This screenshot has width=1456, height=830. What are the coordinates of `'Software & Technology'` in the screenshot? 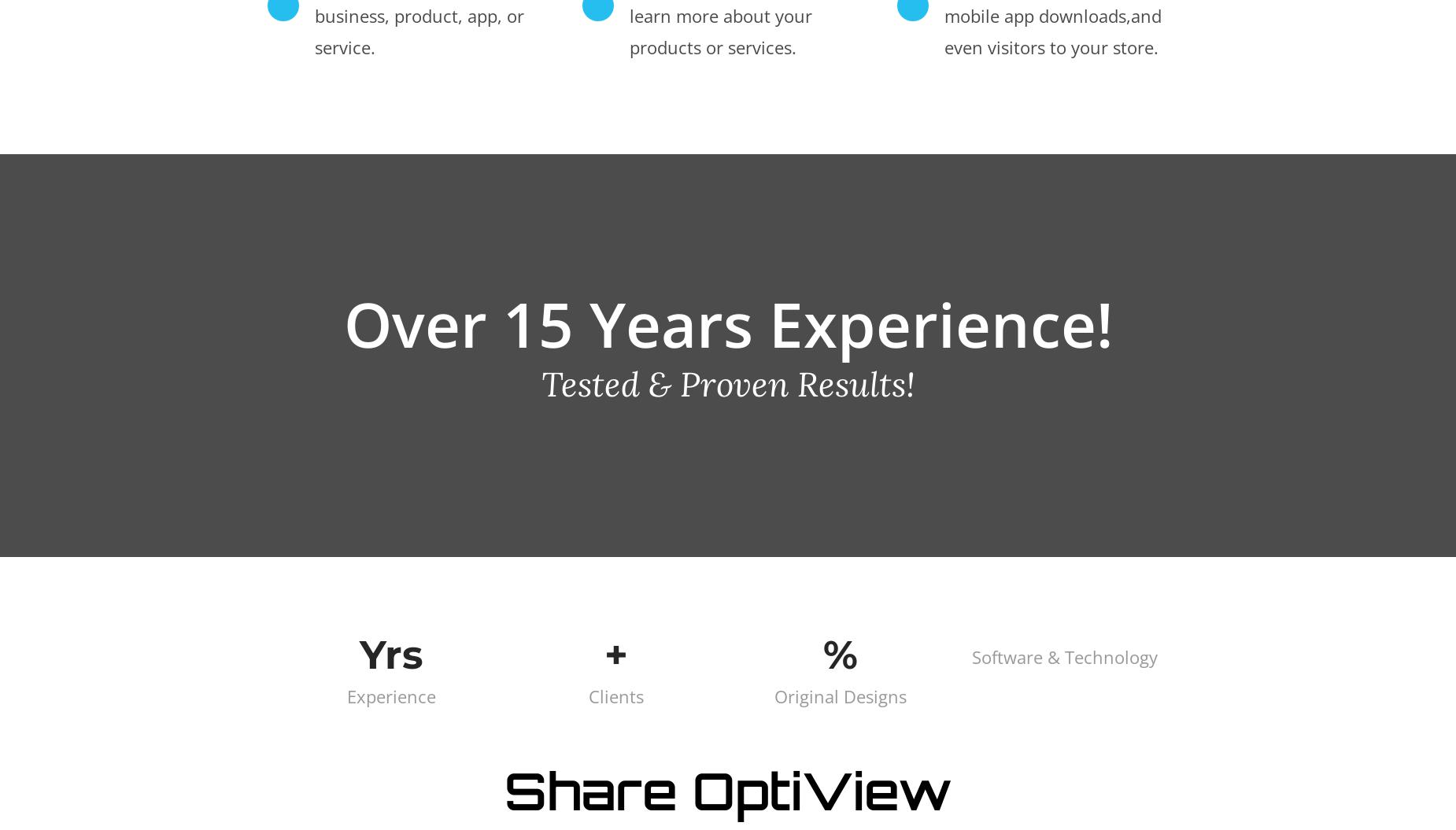 It's located at (970, 655).